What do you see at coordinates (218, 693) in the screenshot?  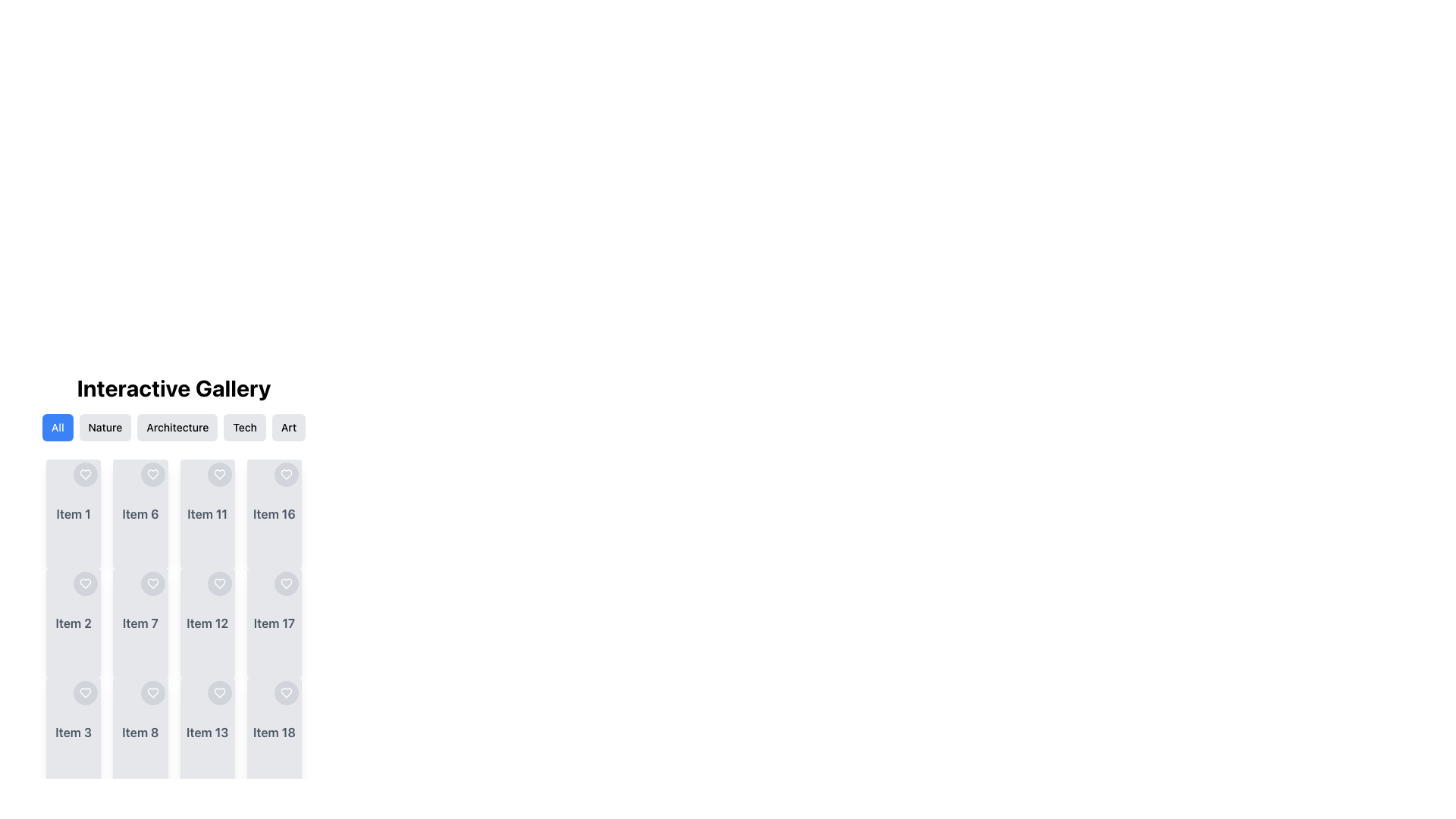 I see `the heart-shaped icon within the circular button in the 'Item 13' section` at bounding box center [218, 693].